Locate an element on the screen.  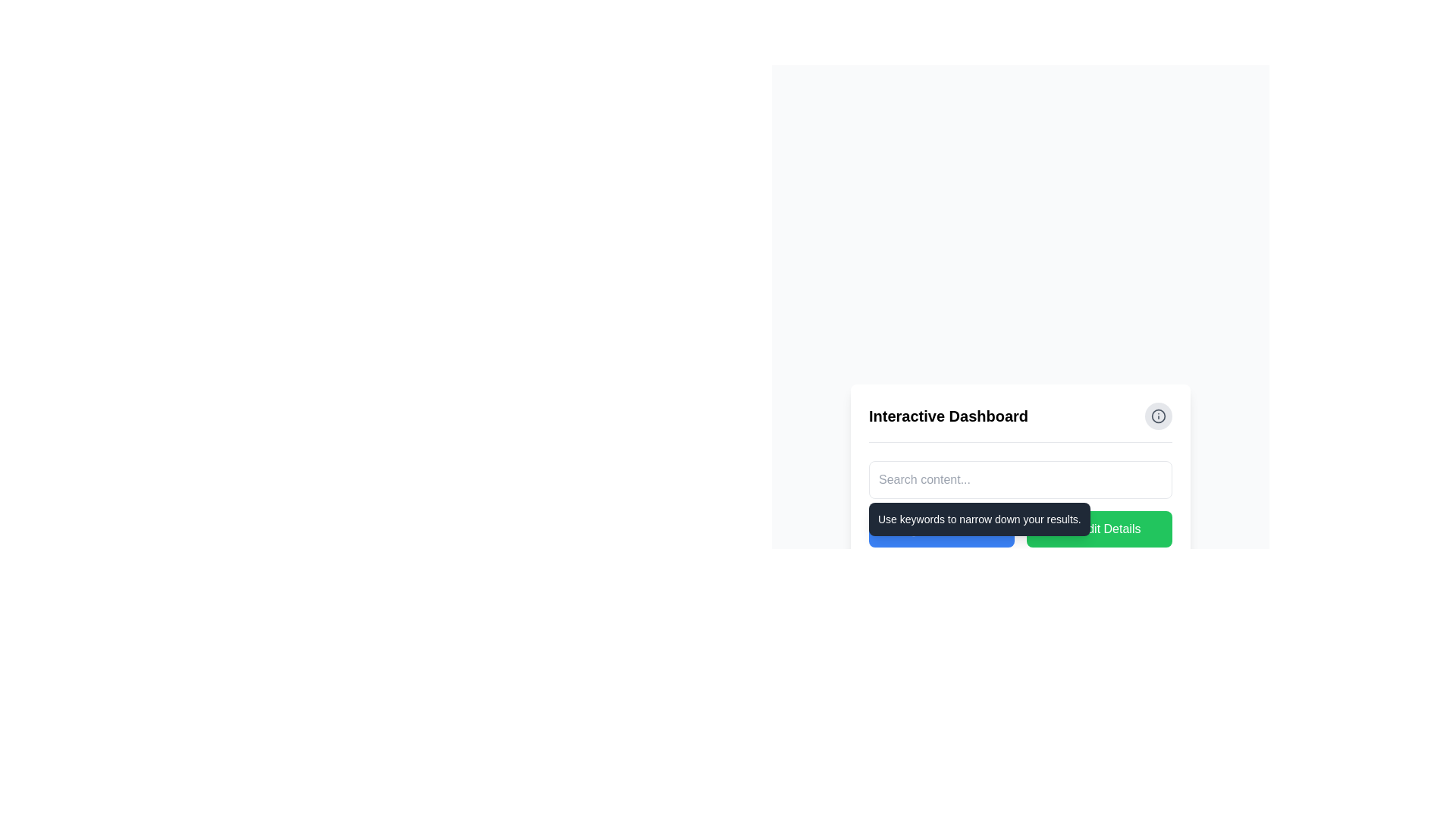
the circular information icon located at the top right corner of the card-like interface section, which features a thin dark border and an internal vertical line with a dot is located at coordinates (1157, 416).